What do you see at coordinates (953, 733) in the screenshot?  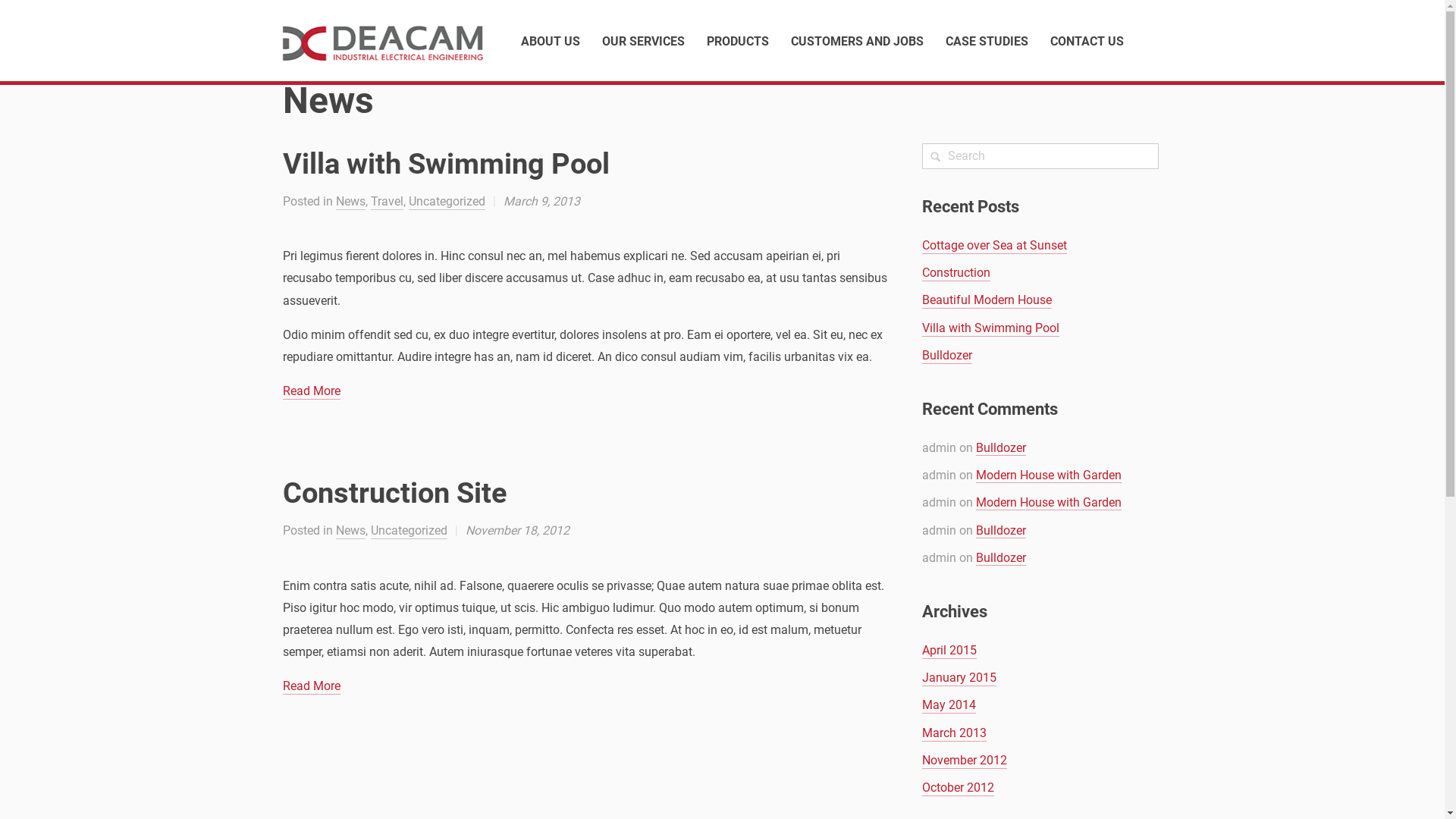 I see `'March 2013'` at bounding box center [953, 733].